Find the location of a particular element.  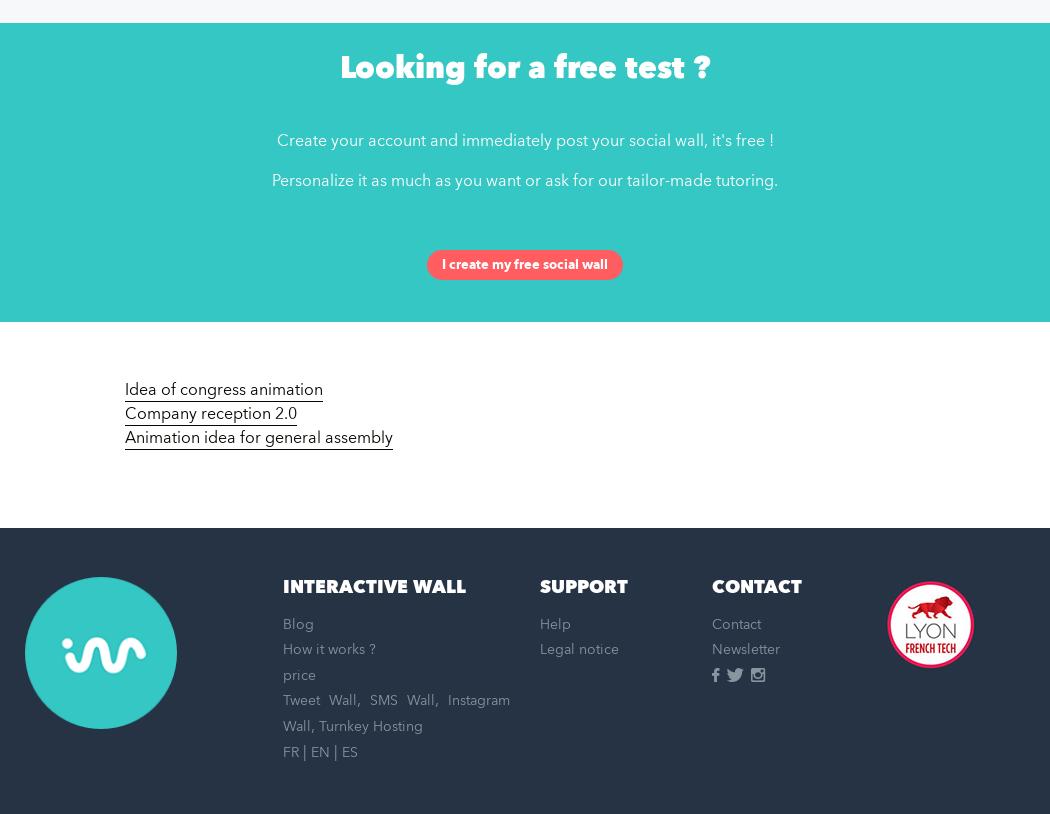

'Instagram Wall' is located at coordinates (395, 713).